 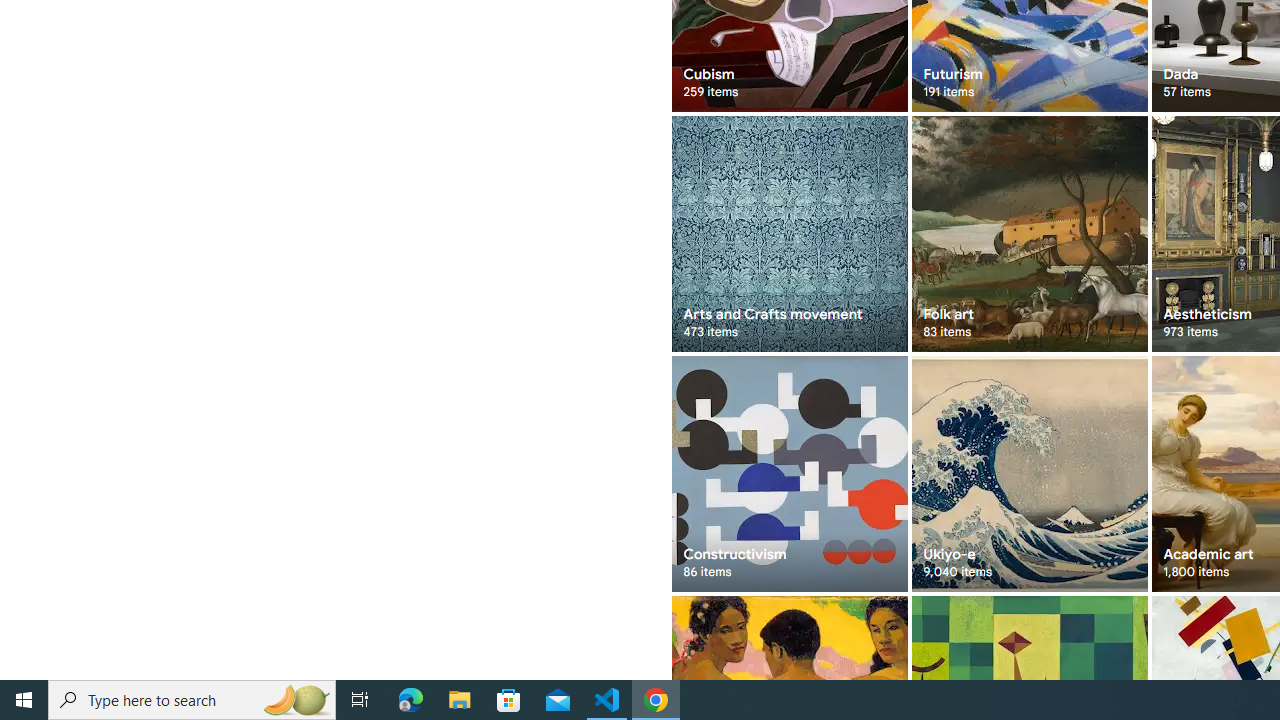 What do you see at coordinates (1029, 233) in the screenshot?
I see `'Folk art 83 items'` at bounding box center [1029, 233].